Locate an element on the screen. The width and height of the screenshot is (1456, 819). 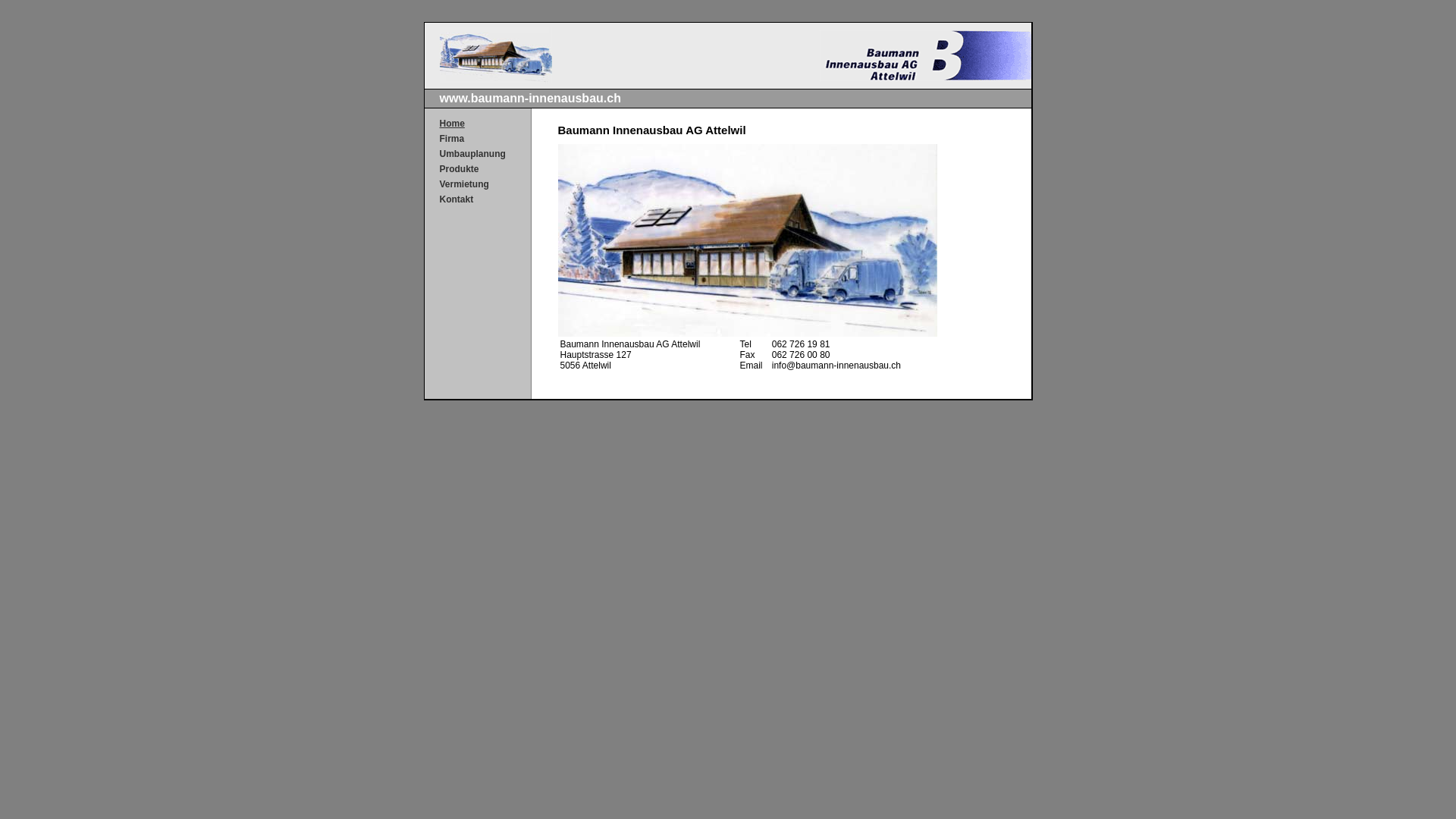
'info@baumann-innenausbau.ch' is located at coordinates (836, 366).